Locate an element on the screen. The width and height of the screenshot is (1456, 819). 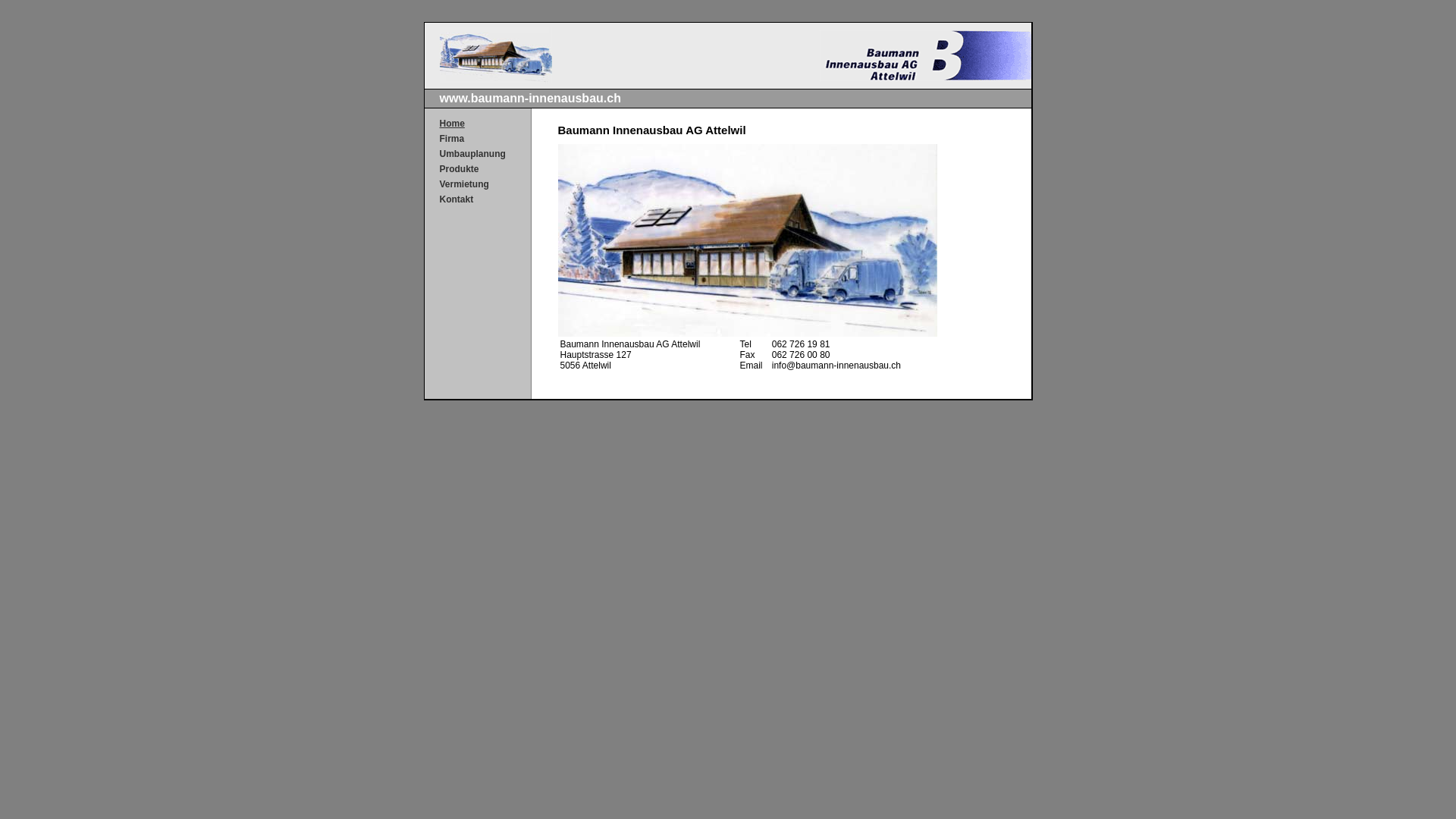
'info@baumann-innenausbau.ch' is located at coordinates (836, 366).